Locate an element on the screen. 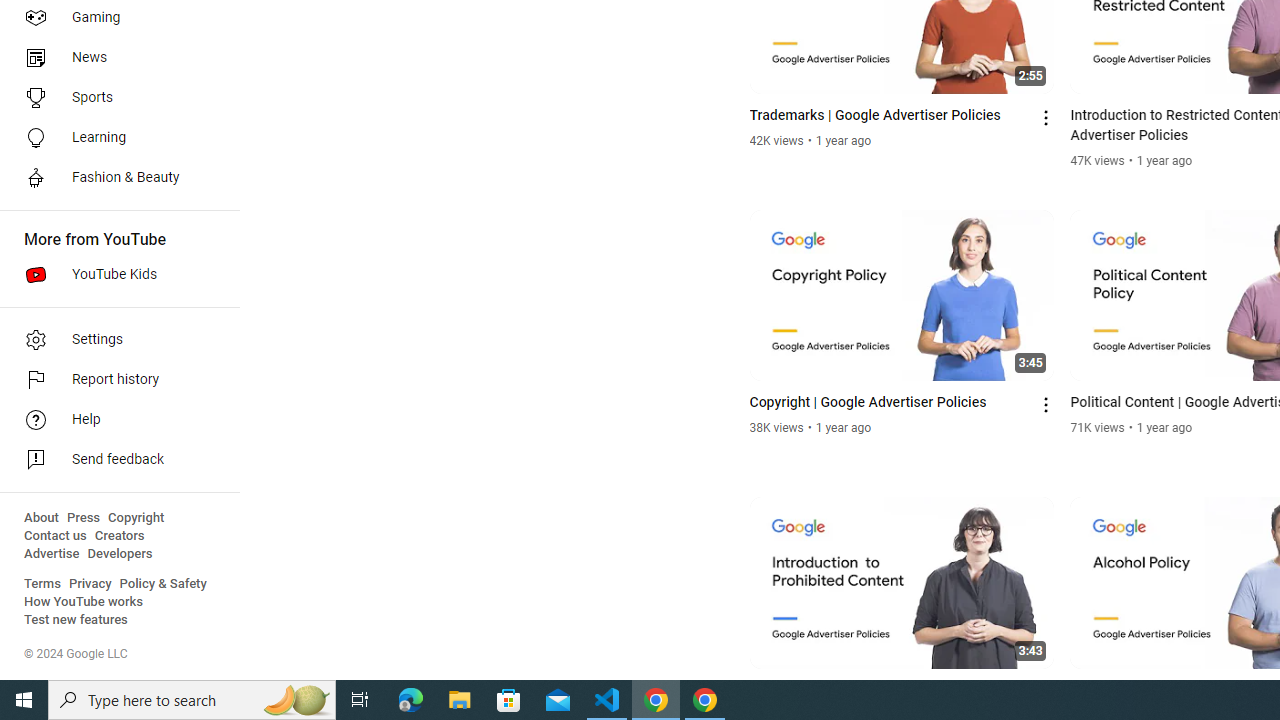 The height and width of the screenshot is (720, 1280). 'Report history' is located at coordinates (112, 380).